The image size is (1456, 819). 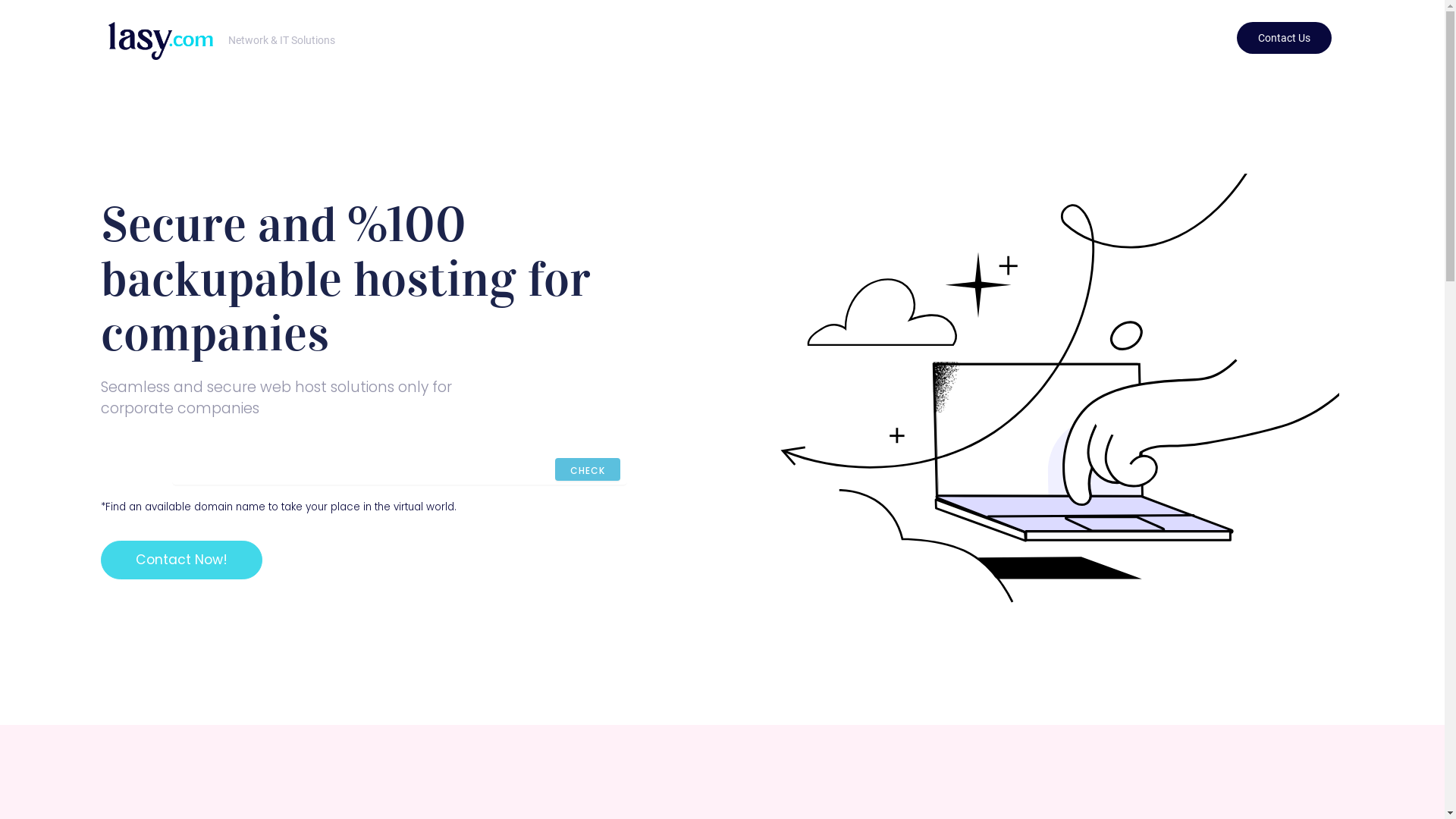 What do you see at coordinates (554, 468) in the screenshot?
I see `'CHECK'` at bounding box center [554, 468].